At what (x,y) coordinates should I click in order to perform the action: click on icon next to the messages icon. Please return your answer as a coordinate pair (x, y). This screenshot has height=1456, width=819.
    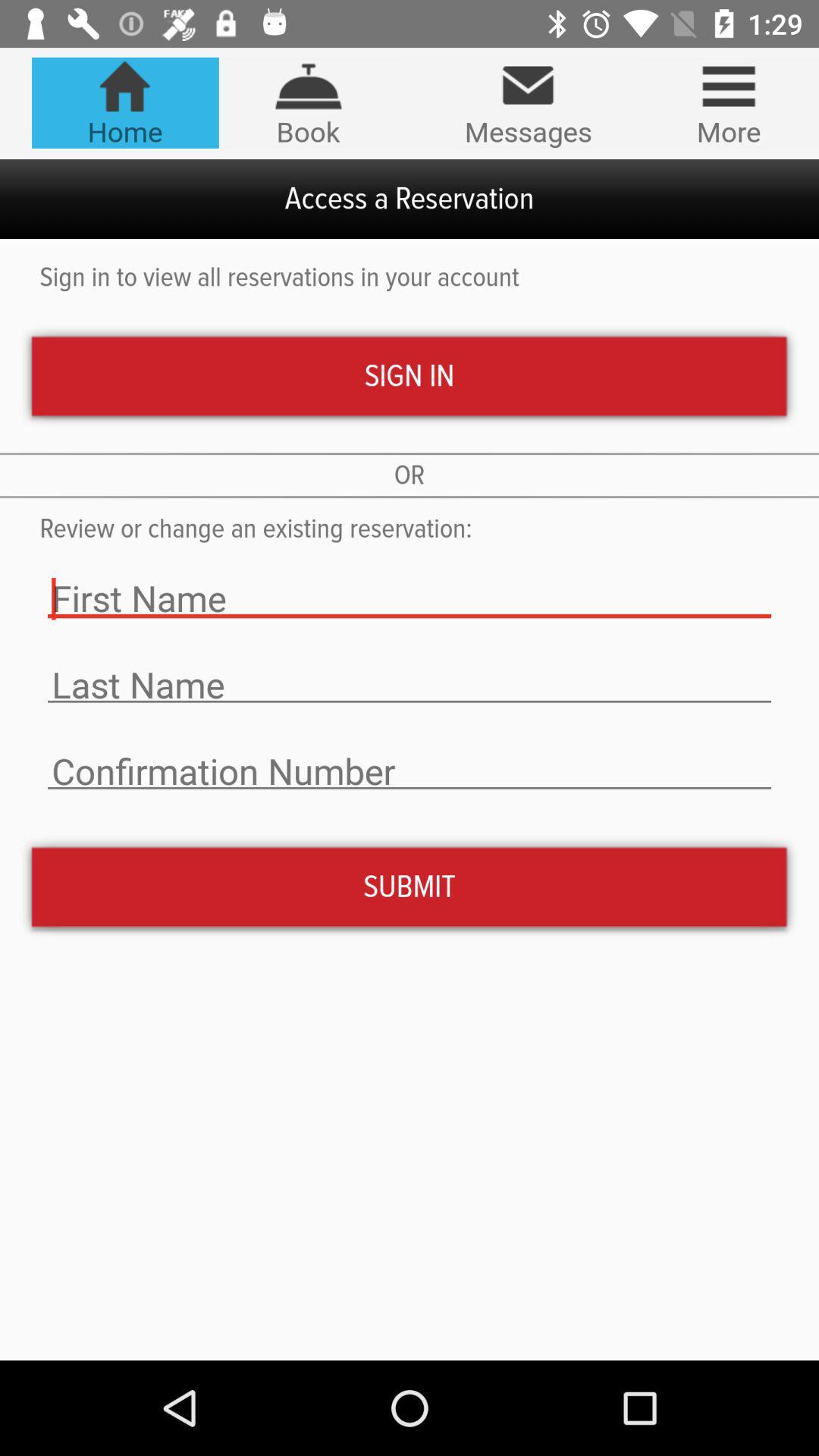
    Looking at the image, I should click on (728, 102).